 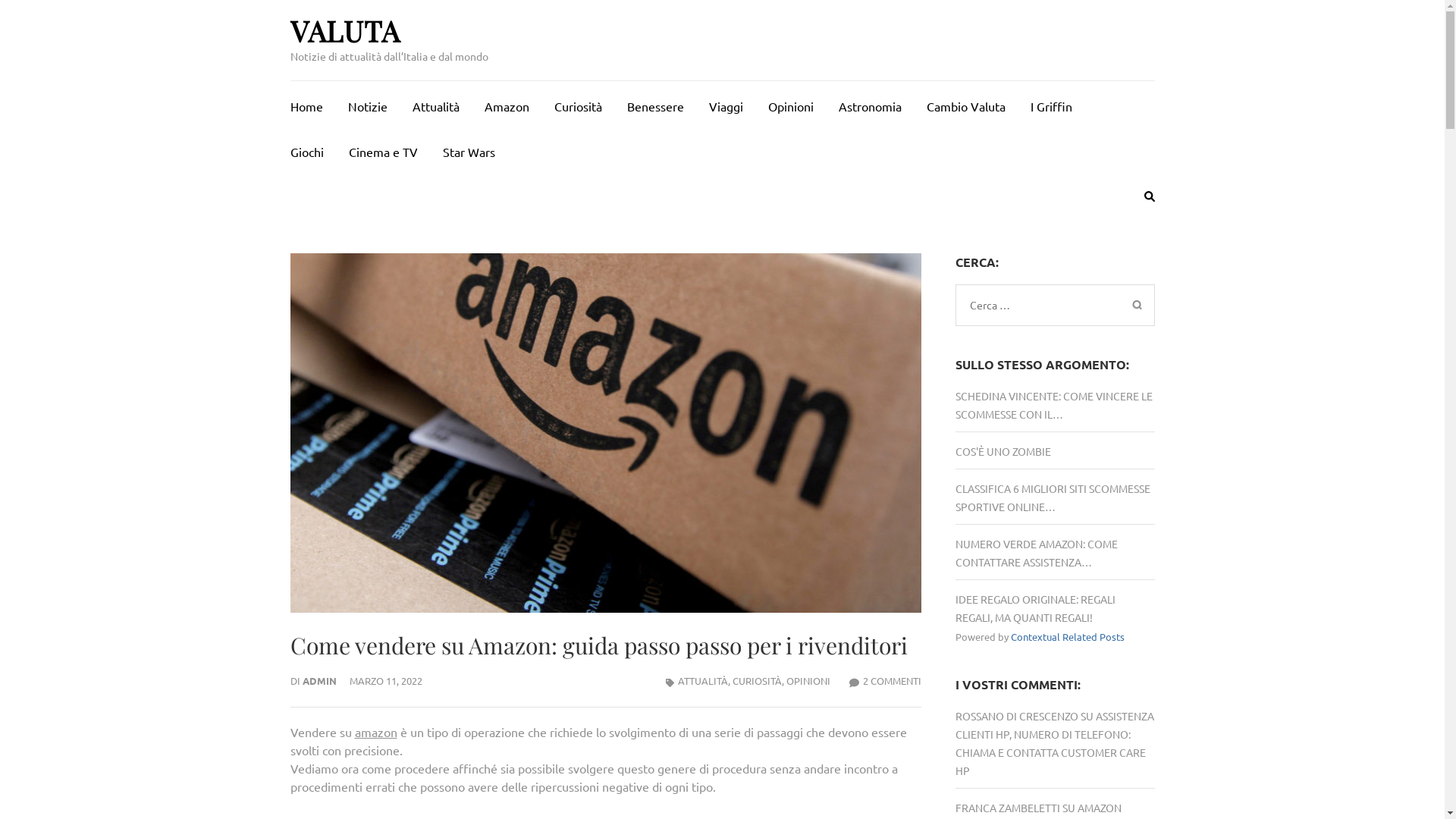 I want to click on 'Passa al contenuto (premi invio)', so click(x=0, y=0).